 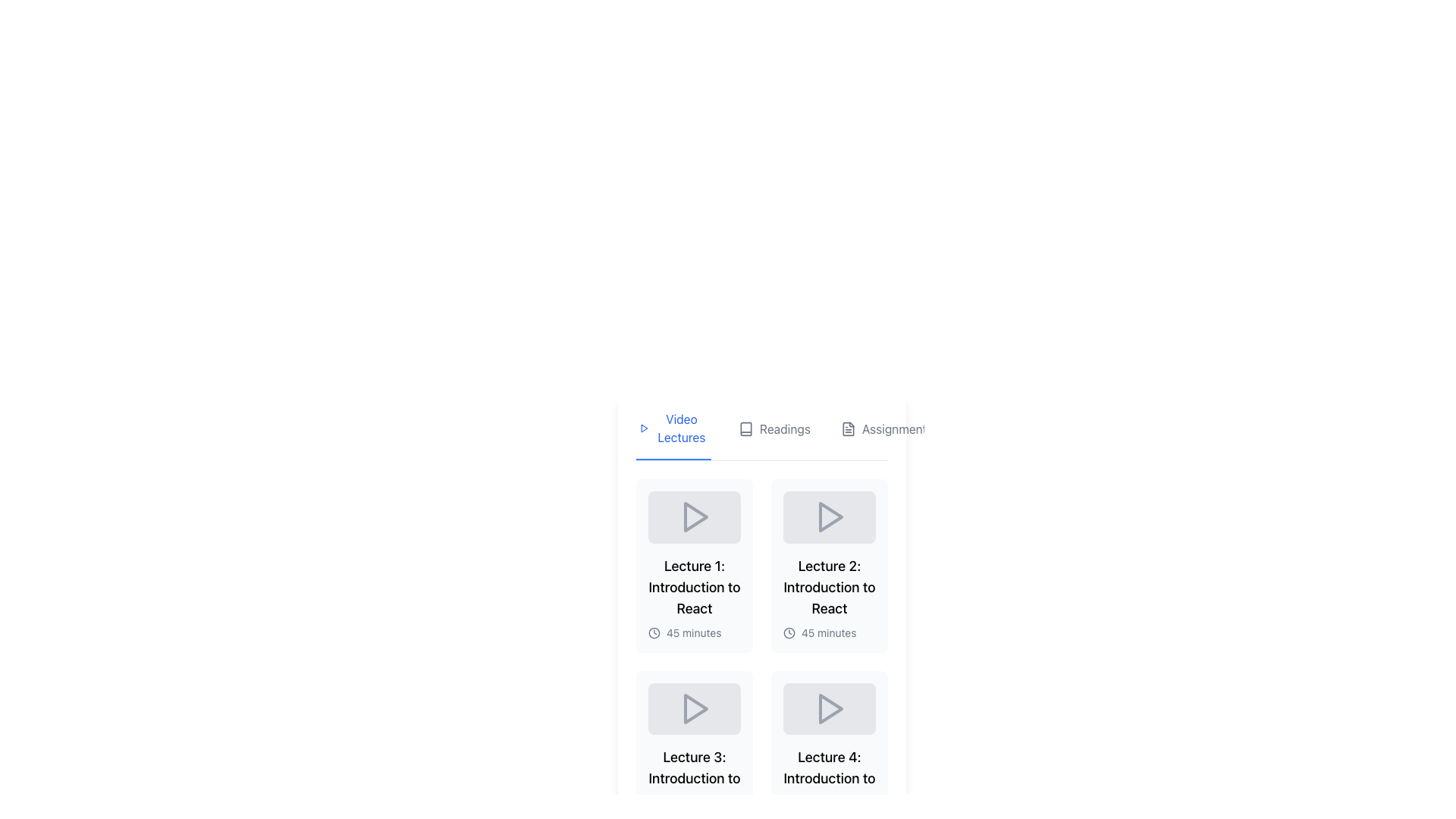 What do you see at coordinates (829, 708) in the screenshot?
I see `the play icon on the Video Thumbnail with Play Indicator located within the 'Lecture 4: Introduction to React' block` at bounding box center [829, 708].